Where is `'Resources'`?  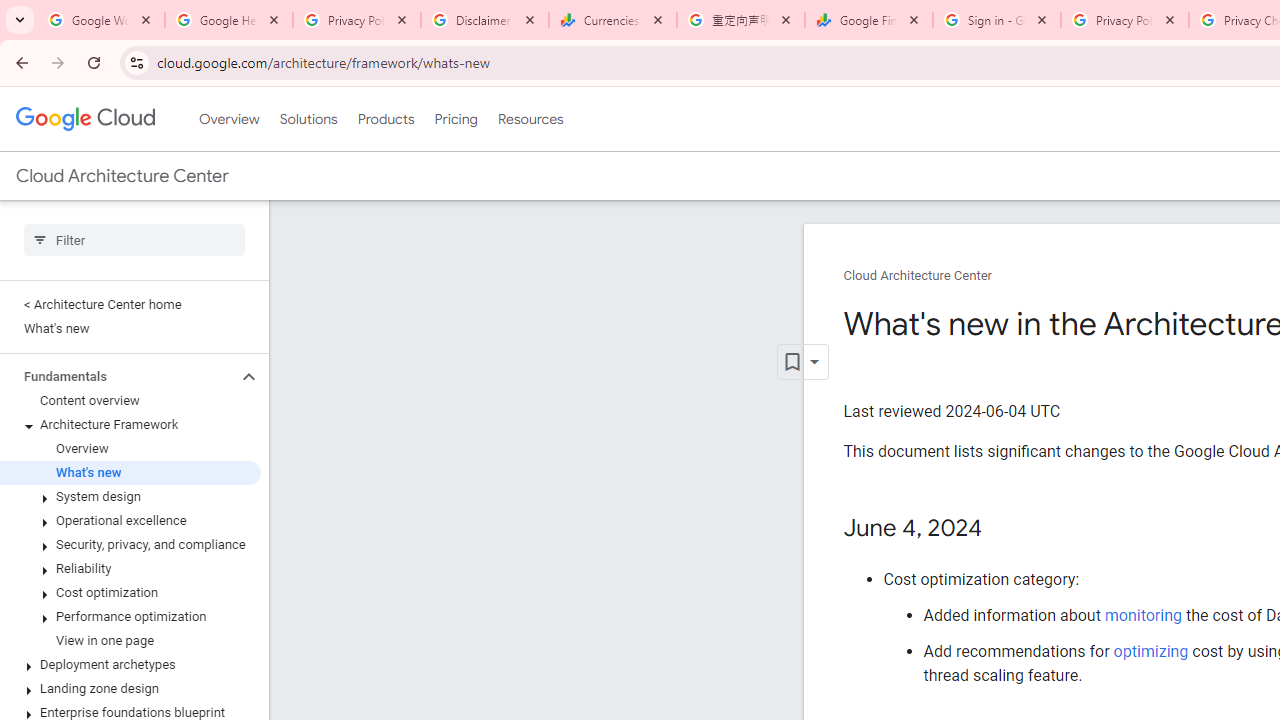
'Resources' is located at coordinates (530, 119).